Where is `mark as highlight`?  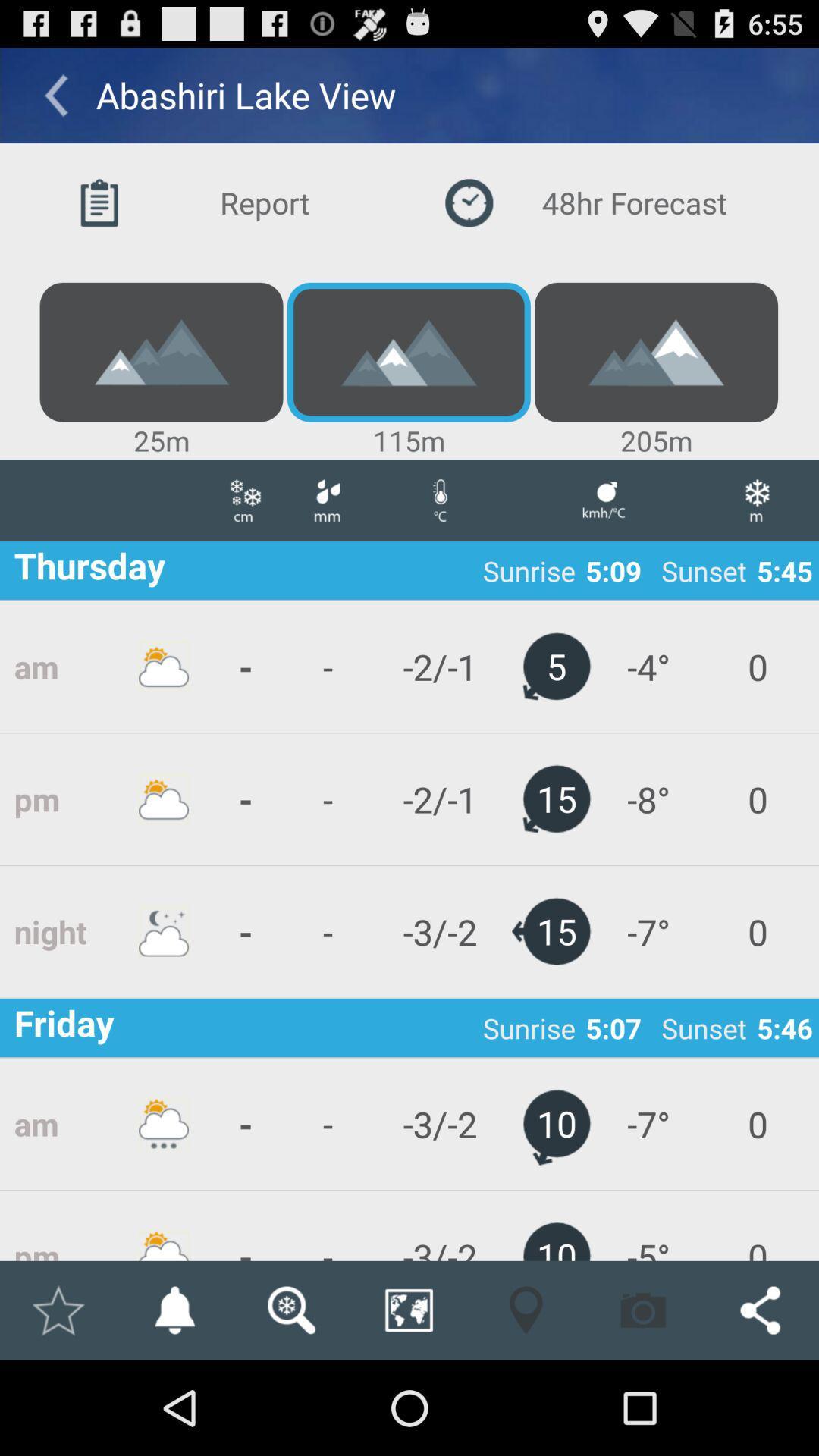
mark as highlight is located at coordinates (57, 1310).